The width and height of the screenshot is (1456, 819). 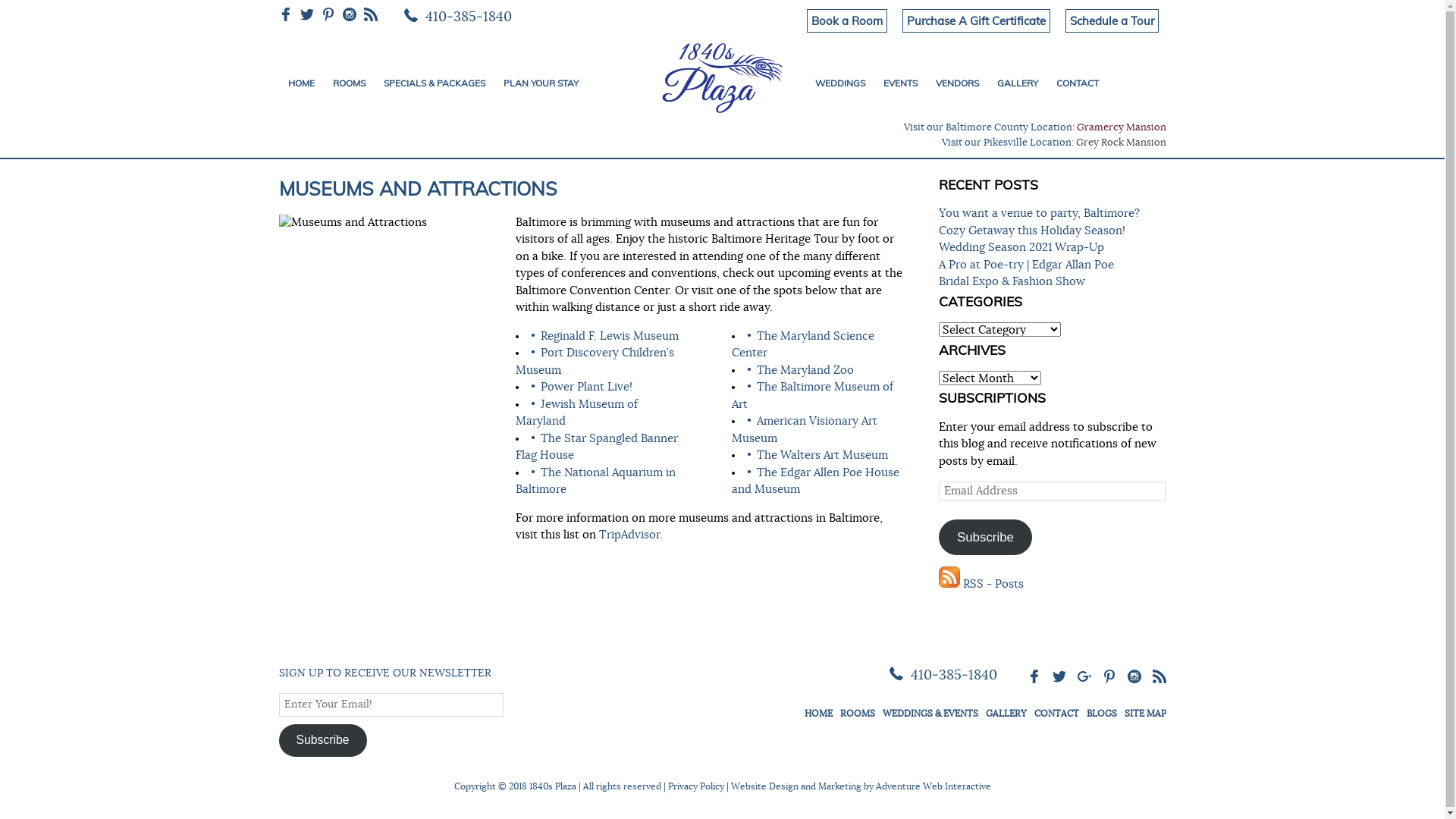 What do you see at coordinates (347, 83) in the screenshot?
I see `'ROOMS'` at bounding box center [347, 83].